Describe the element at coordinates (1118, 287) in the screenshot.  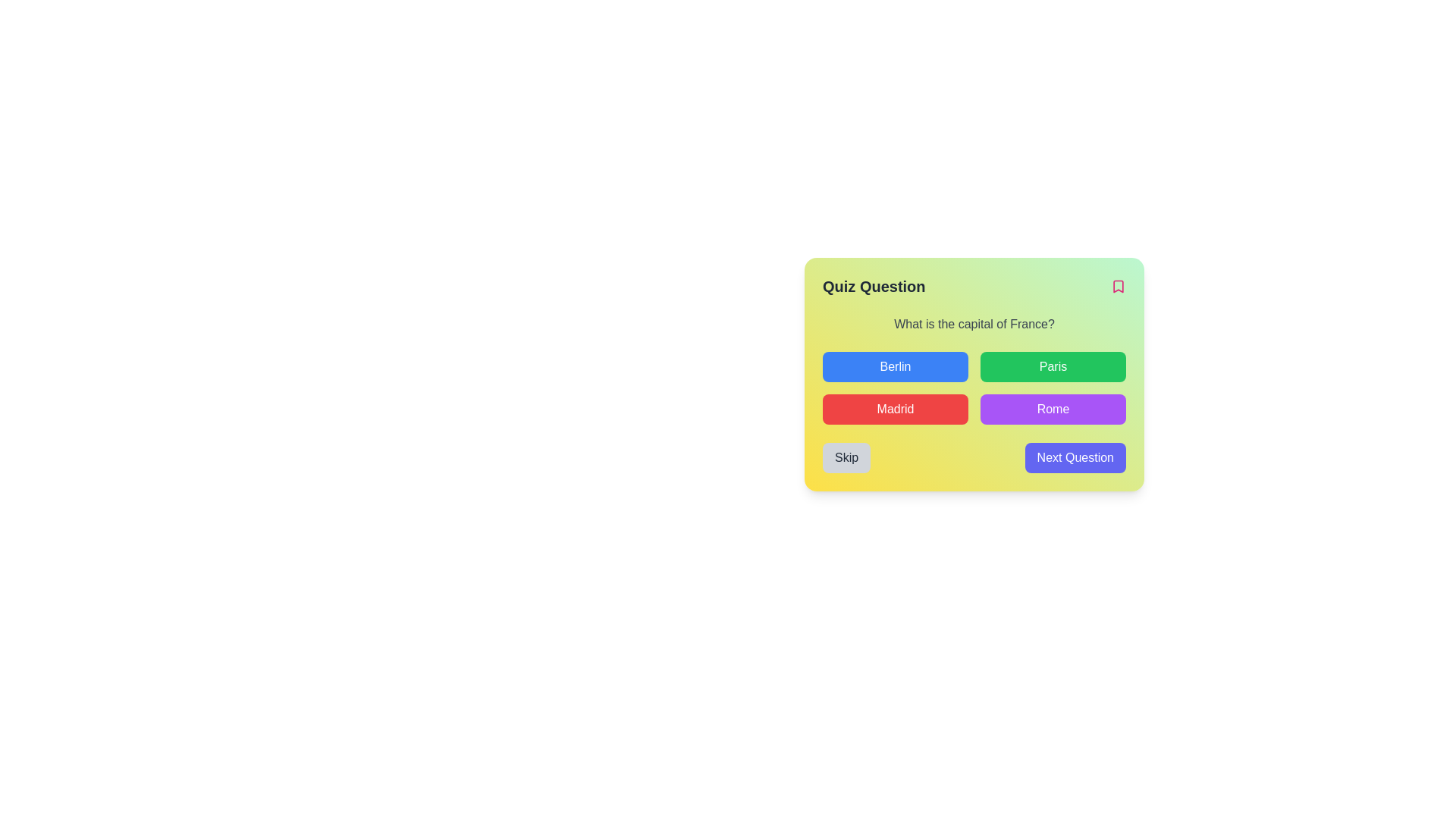
I see `the bookmark icon located on the far right of the 'Quiz Question' header` at that location.